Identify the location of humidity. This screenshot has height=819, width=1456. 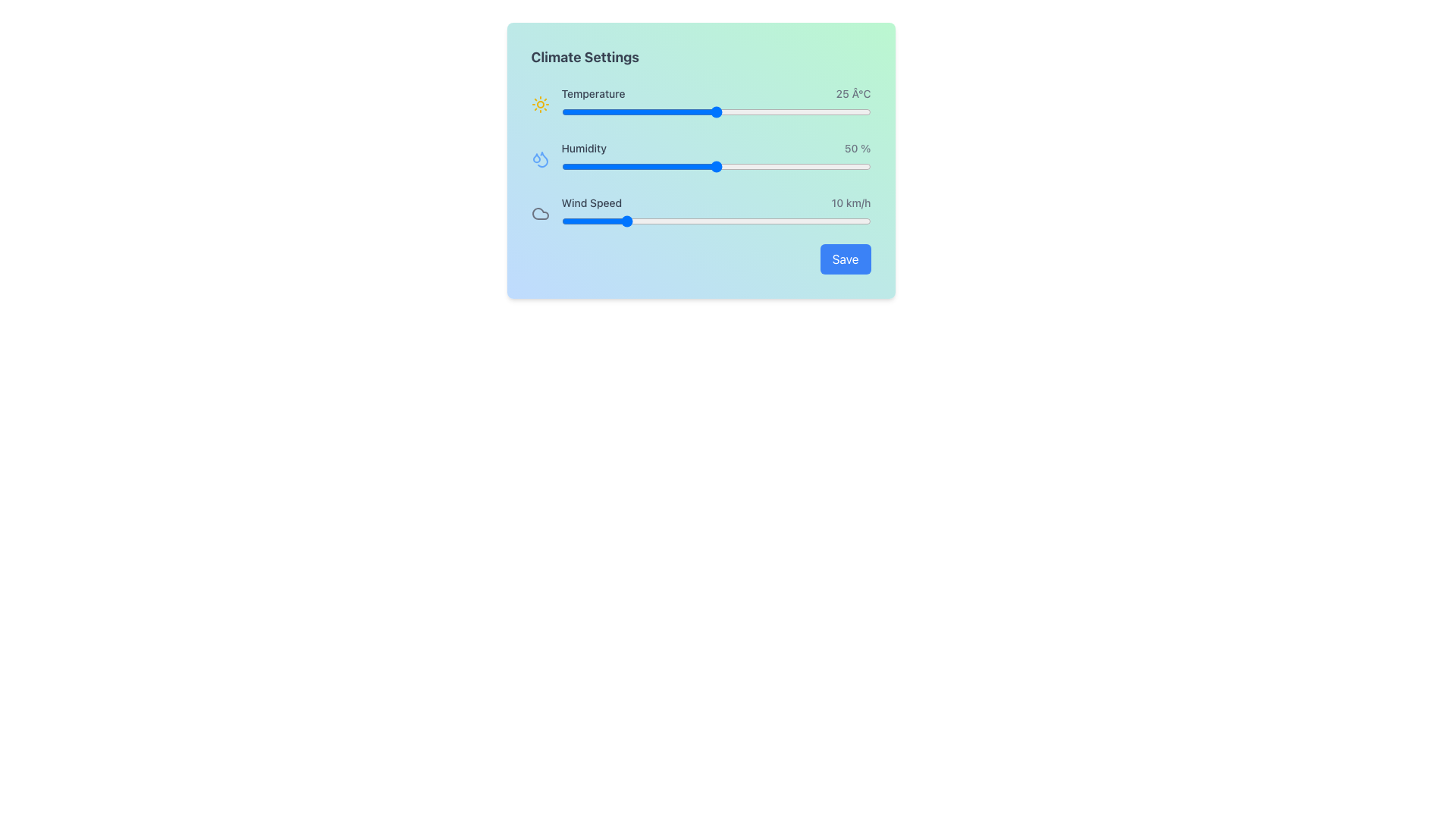
(768, 166).